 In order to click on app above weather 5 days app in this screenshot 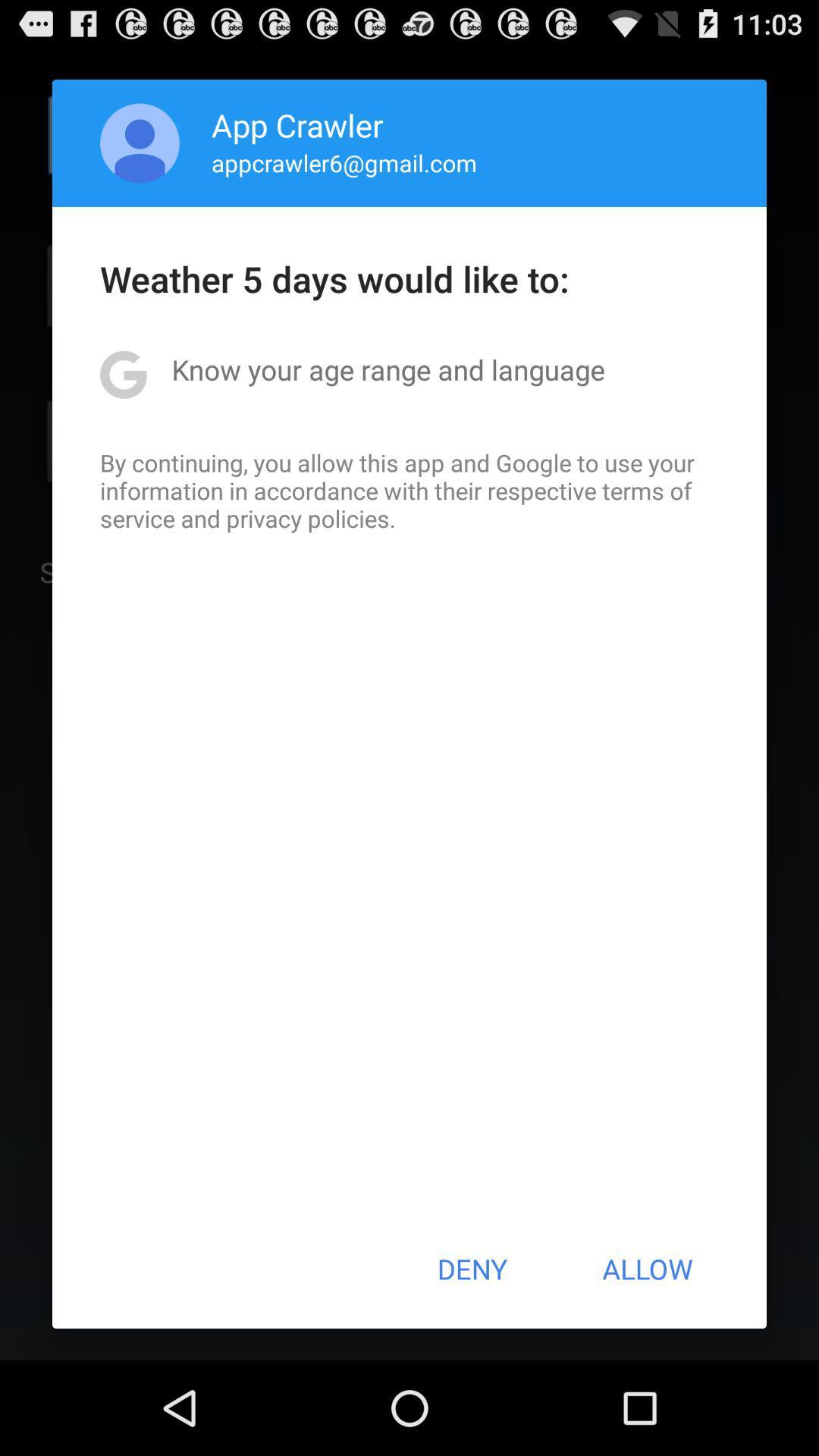, I will do `click(140, 143)`.